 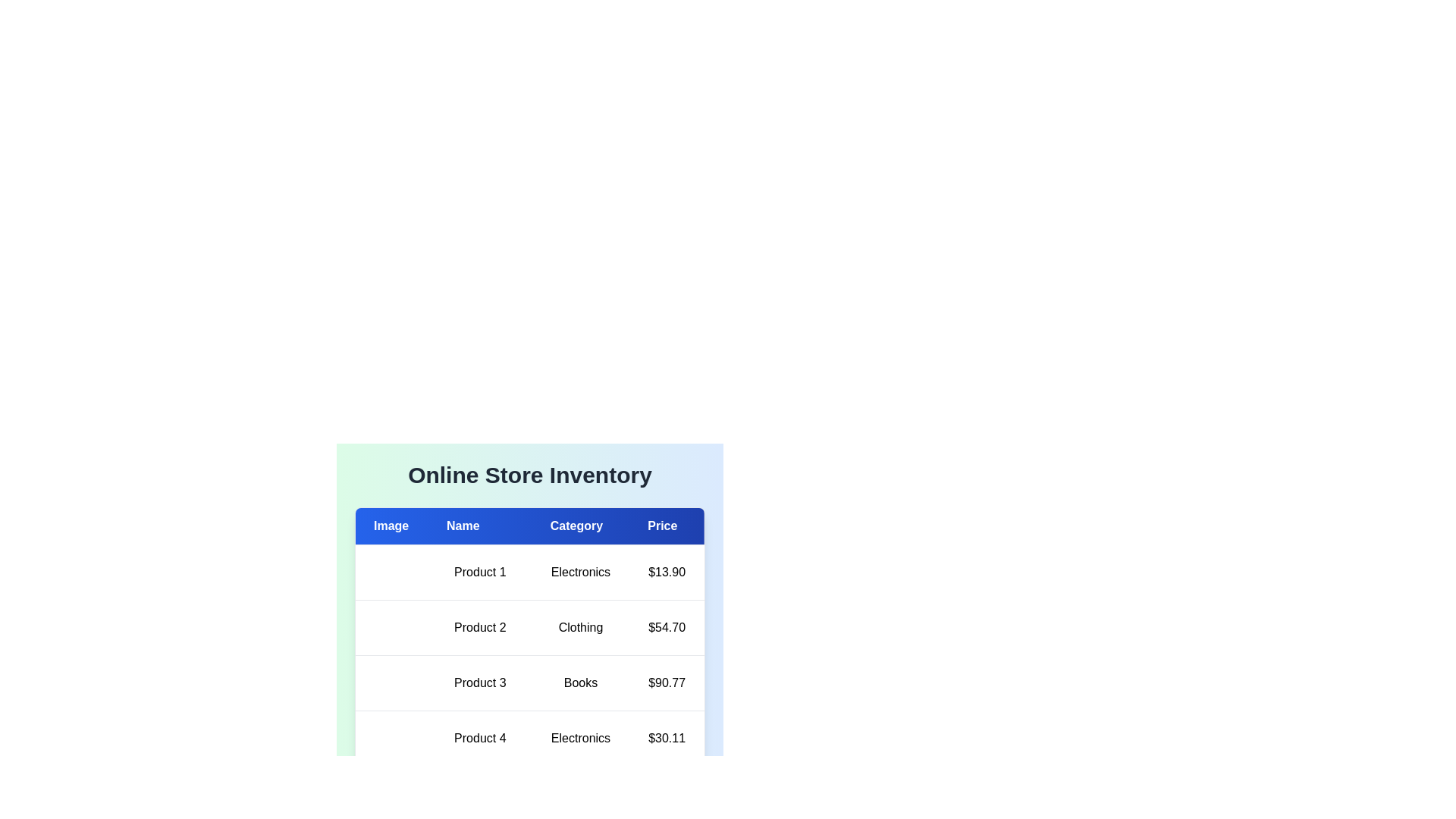 What do you see at coordinates (391, 526) in the screenshot?
I see `the column header to sort the table by Image` at bounding box center [391, 526].